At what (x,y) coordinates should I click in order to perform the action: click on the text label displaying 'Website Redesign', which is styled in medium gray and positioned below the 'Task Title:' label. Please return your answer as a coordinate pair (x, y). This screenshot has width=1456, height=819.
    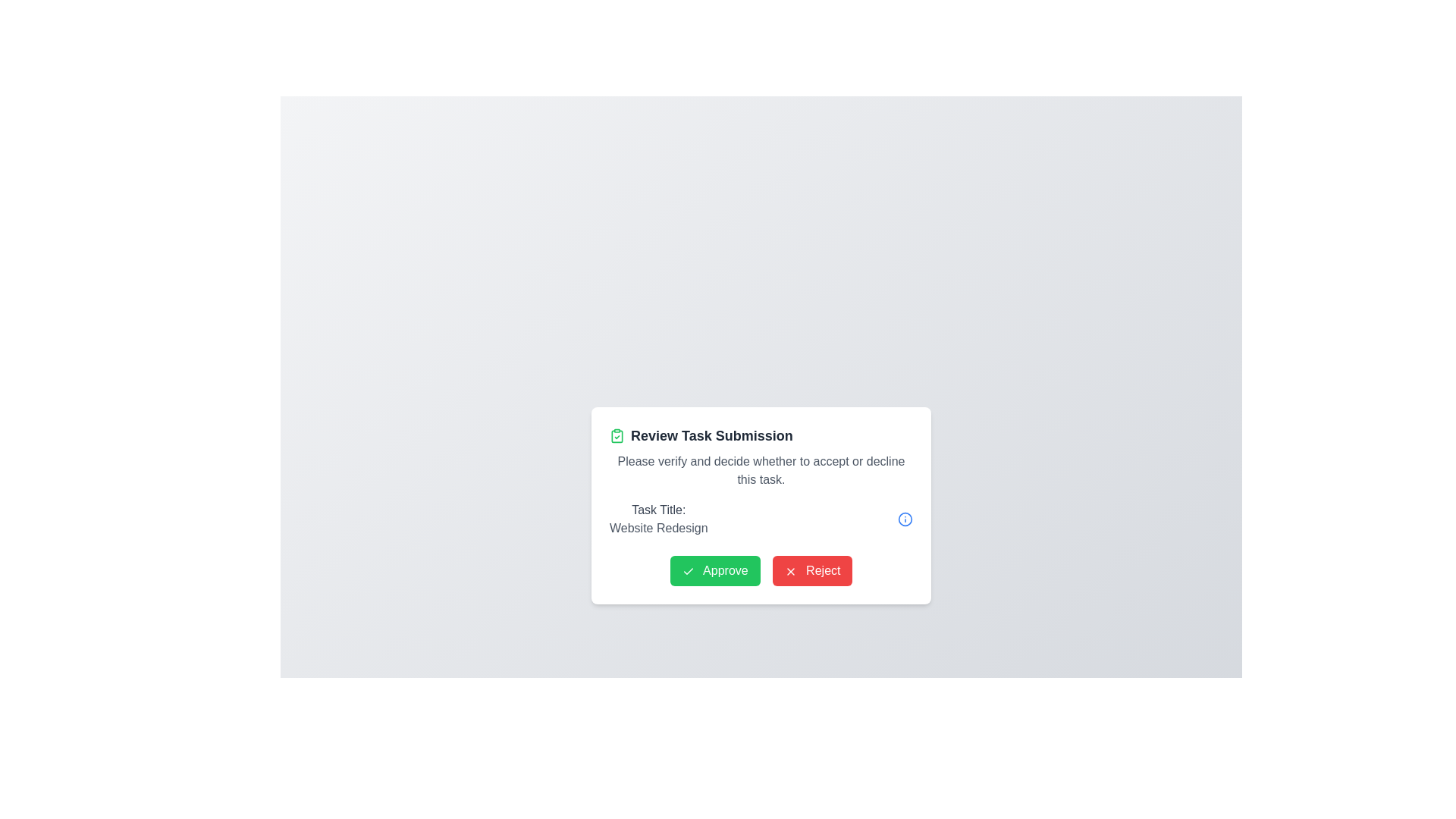
    Looking at the image, I should click on (658, 528).